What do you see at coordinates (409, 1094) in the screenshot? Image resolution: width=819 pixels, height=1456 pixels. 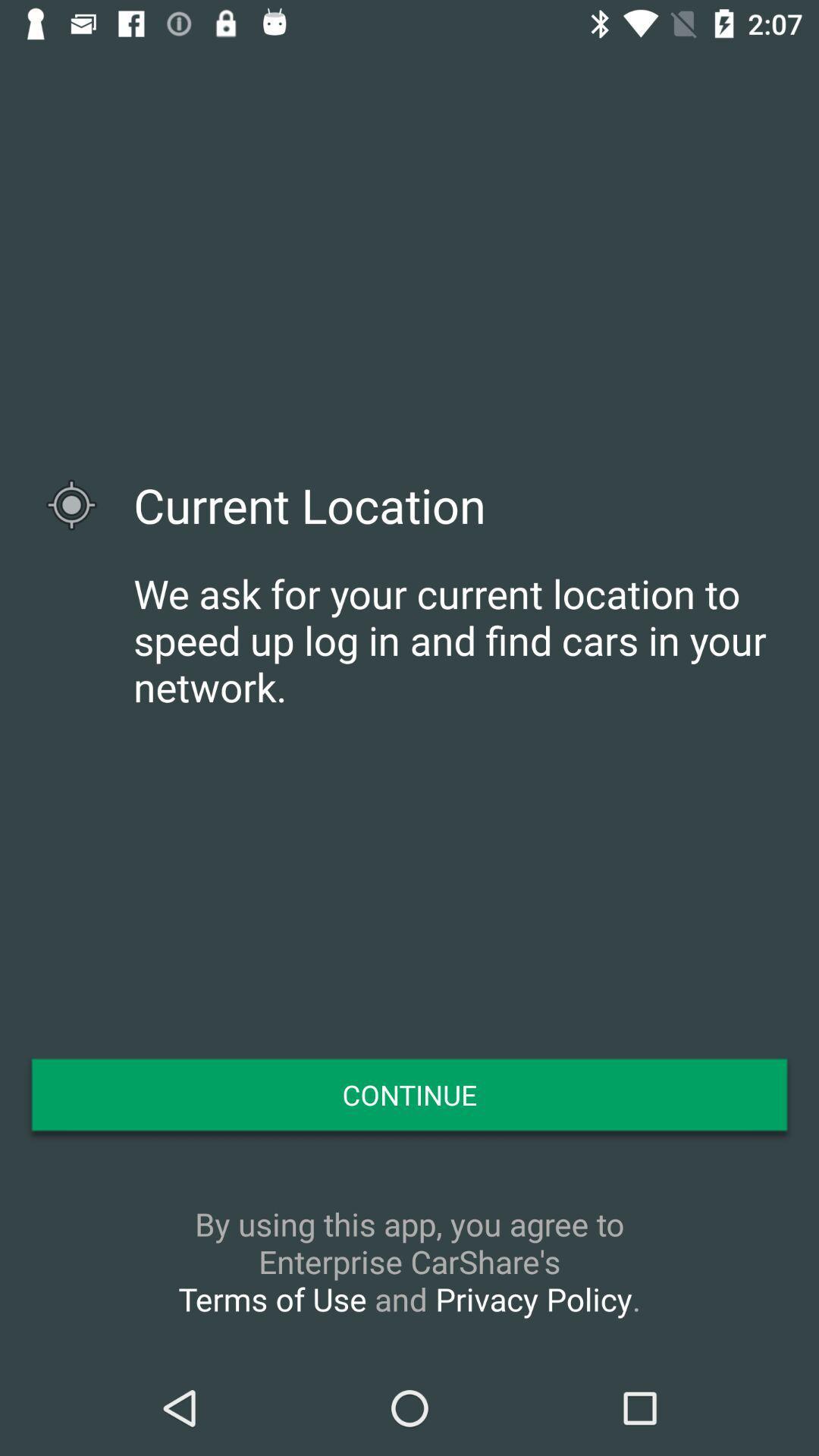 I see `the continue` at bounding box center [409, 1094].